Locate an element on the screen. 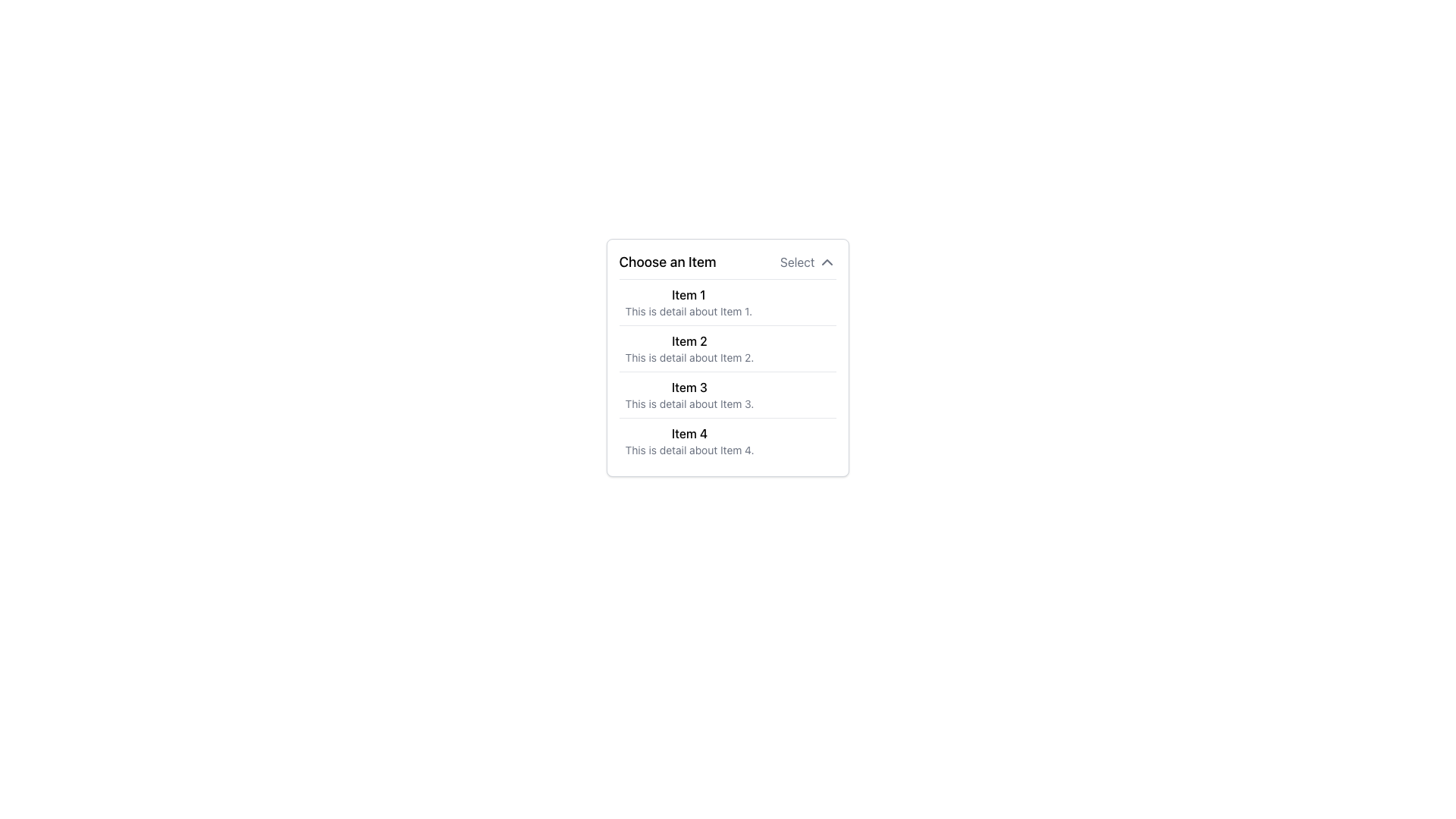  the first list item labeled 'Item 1' is located at coordinates (726, 302).